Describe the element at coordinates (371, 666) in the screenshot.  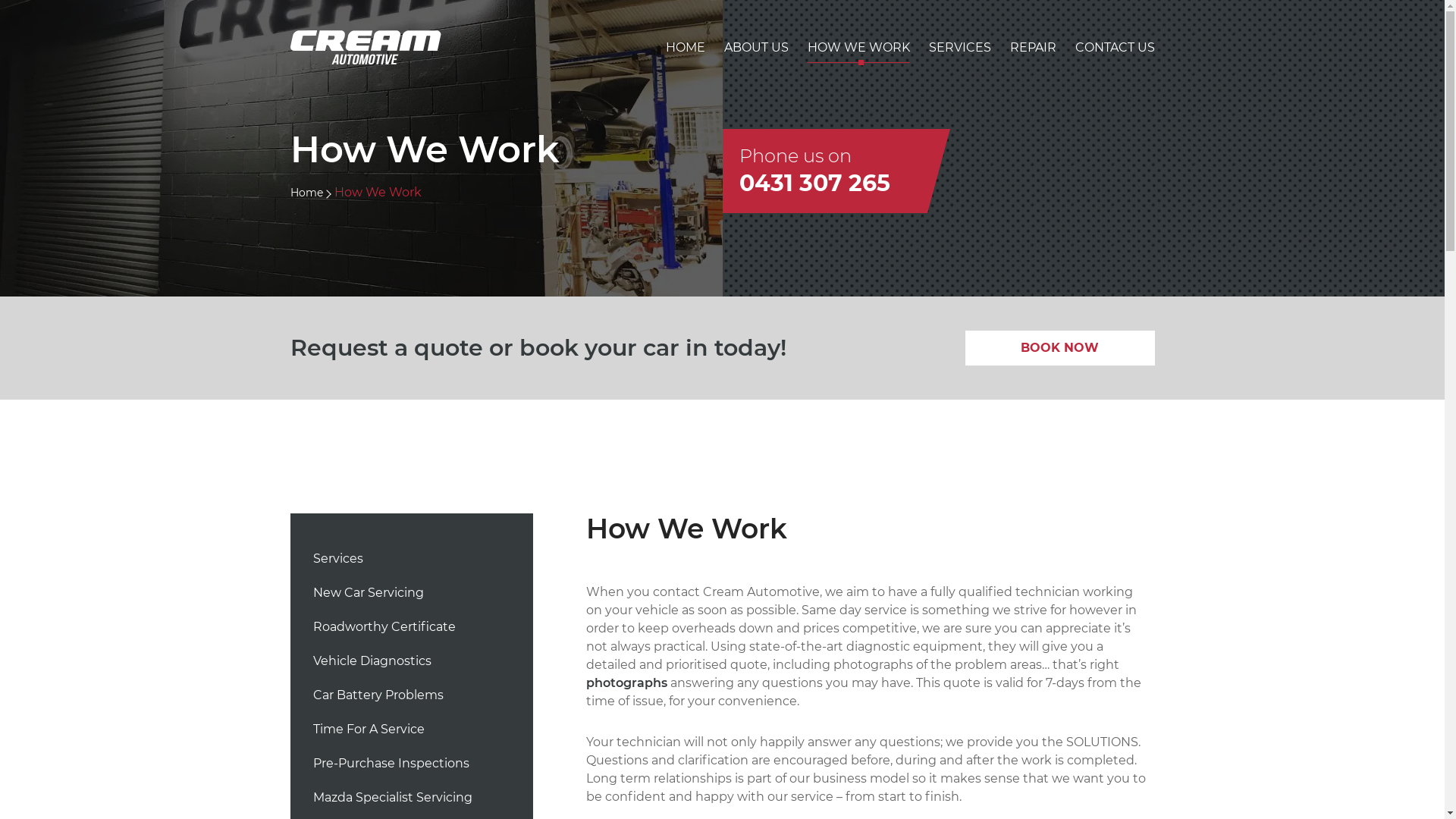
I see `'Vehicle Diagnostics'` at that location.